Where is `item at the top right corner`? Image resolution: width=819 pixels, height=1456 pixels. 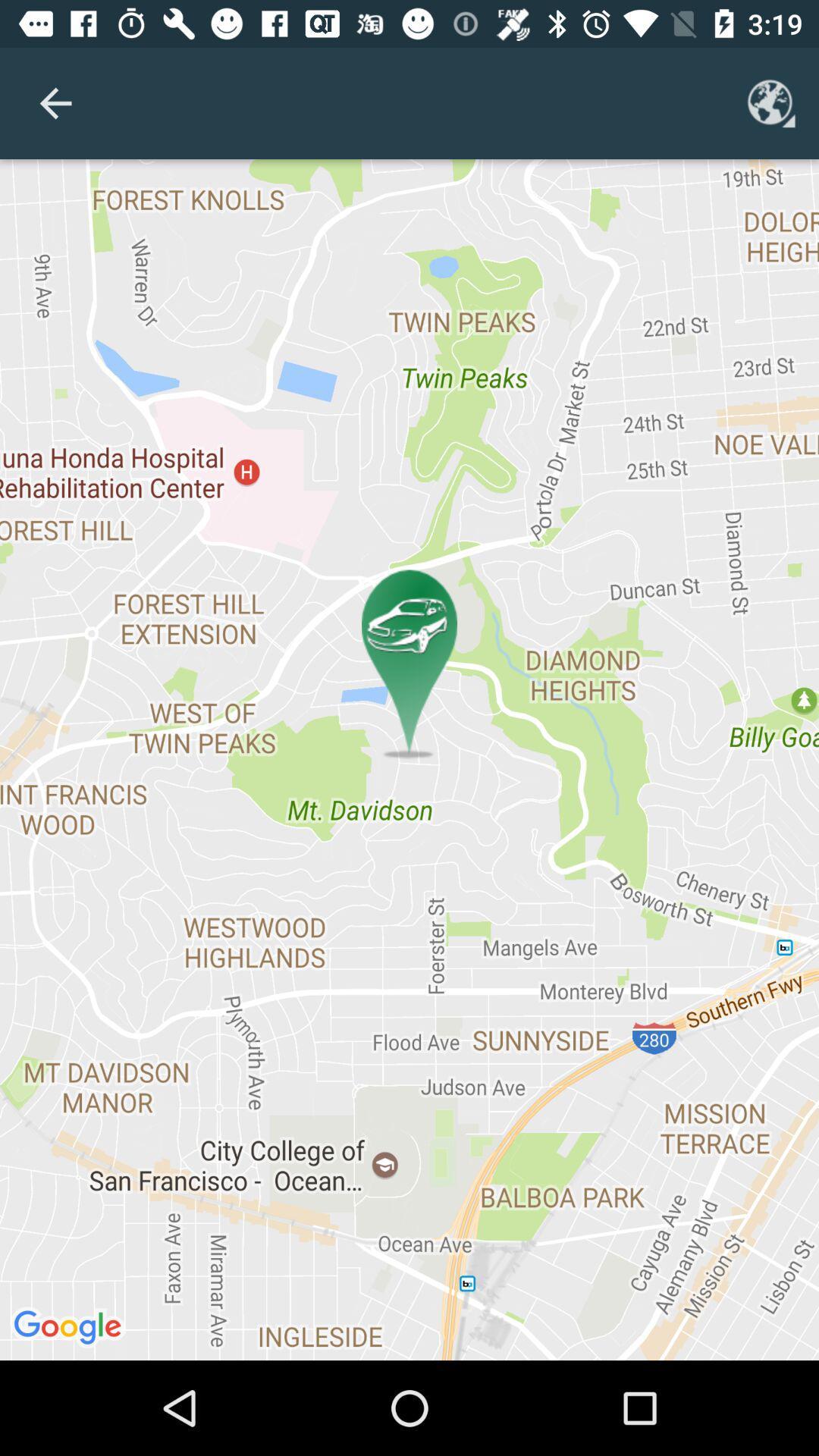
item at the top right corner is located at coordinates (771, 102).